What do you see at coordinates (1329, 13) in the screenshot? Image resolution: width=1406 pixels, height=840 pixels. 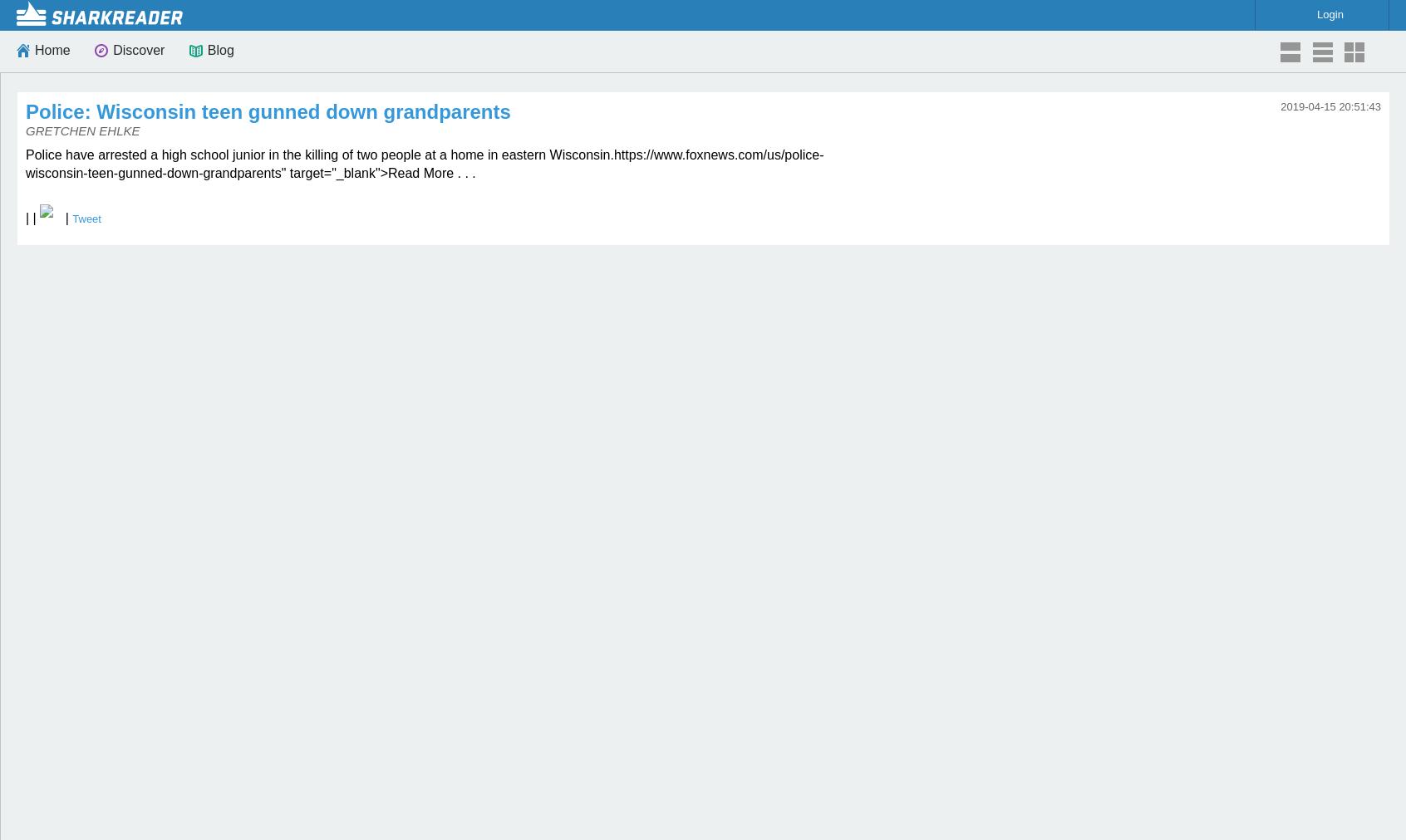 I see `'Login'` at bounding box center [1329, 13].